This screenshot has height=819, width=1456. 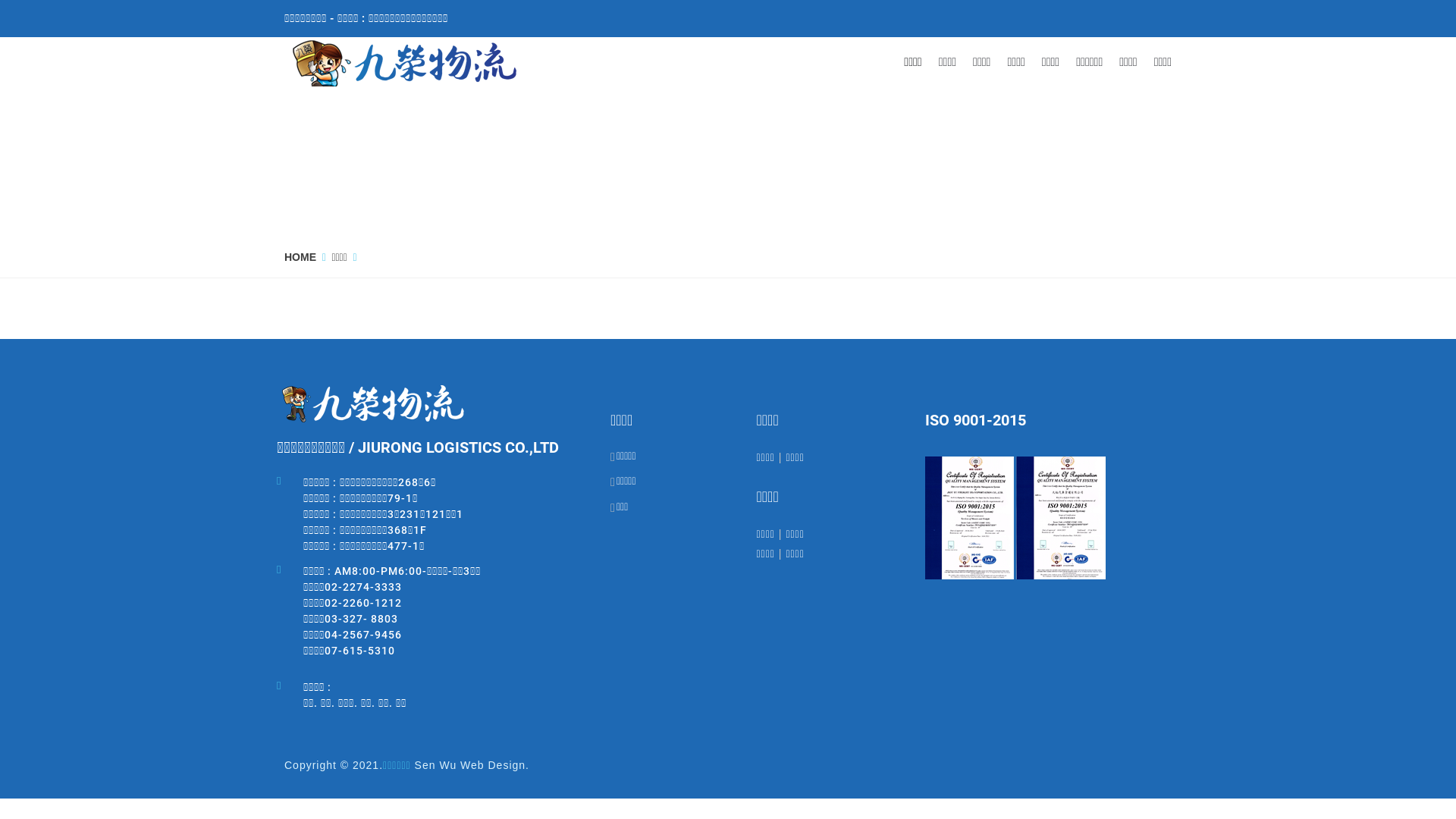 I want to click on 'HOME', so click(x=300, y=256).